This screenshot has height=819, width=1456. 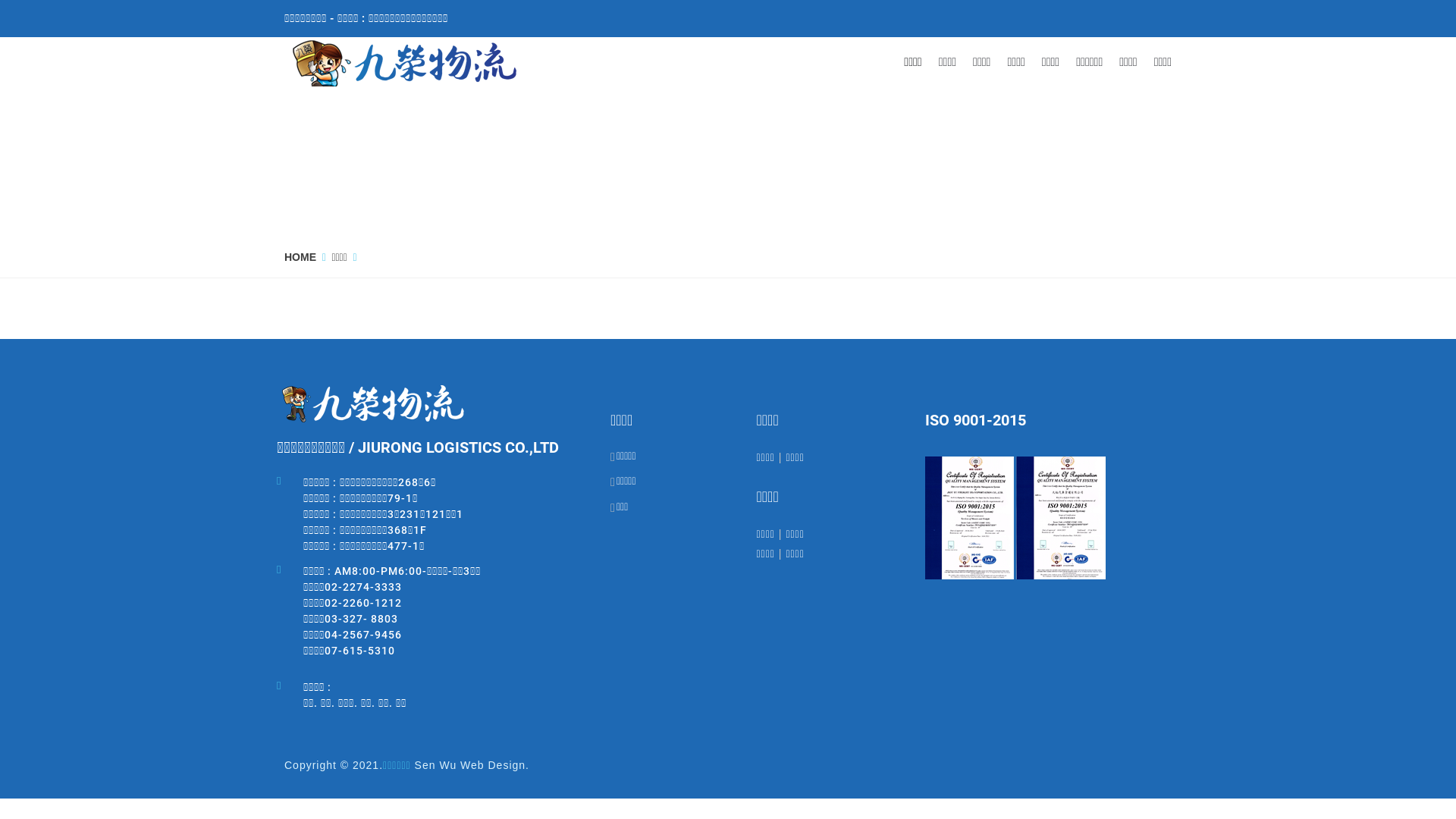 I want to click on 'HOME', so click(x=300, y=256).